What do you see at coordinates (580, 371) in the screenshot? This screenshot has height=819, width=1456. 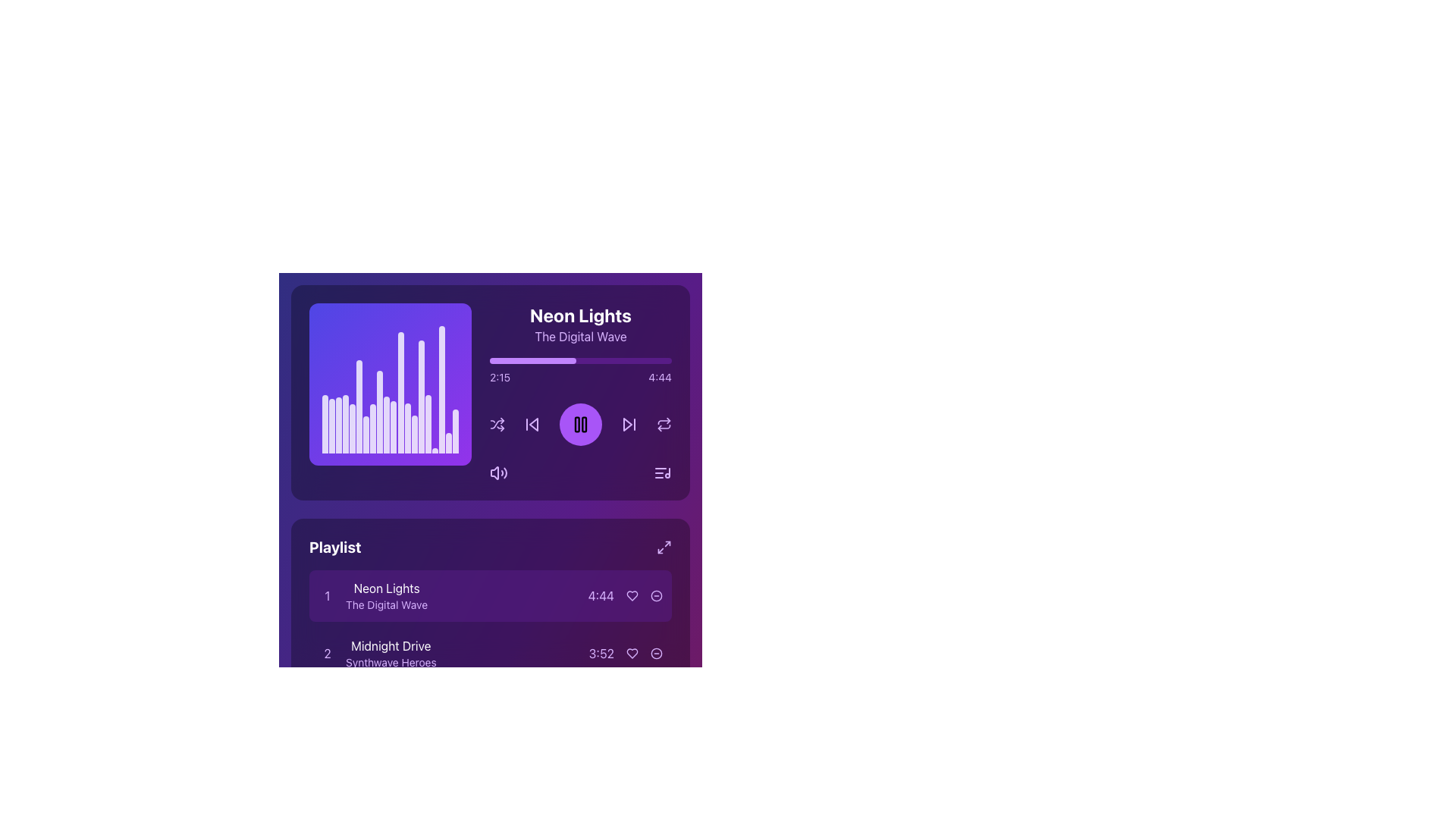 I see `the Progress Bar located beneath the titles 'Neon Lights' and 'The Digital Wave'` at bounding box center [580, 371].